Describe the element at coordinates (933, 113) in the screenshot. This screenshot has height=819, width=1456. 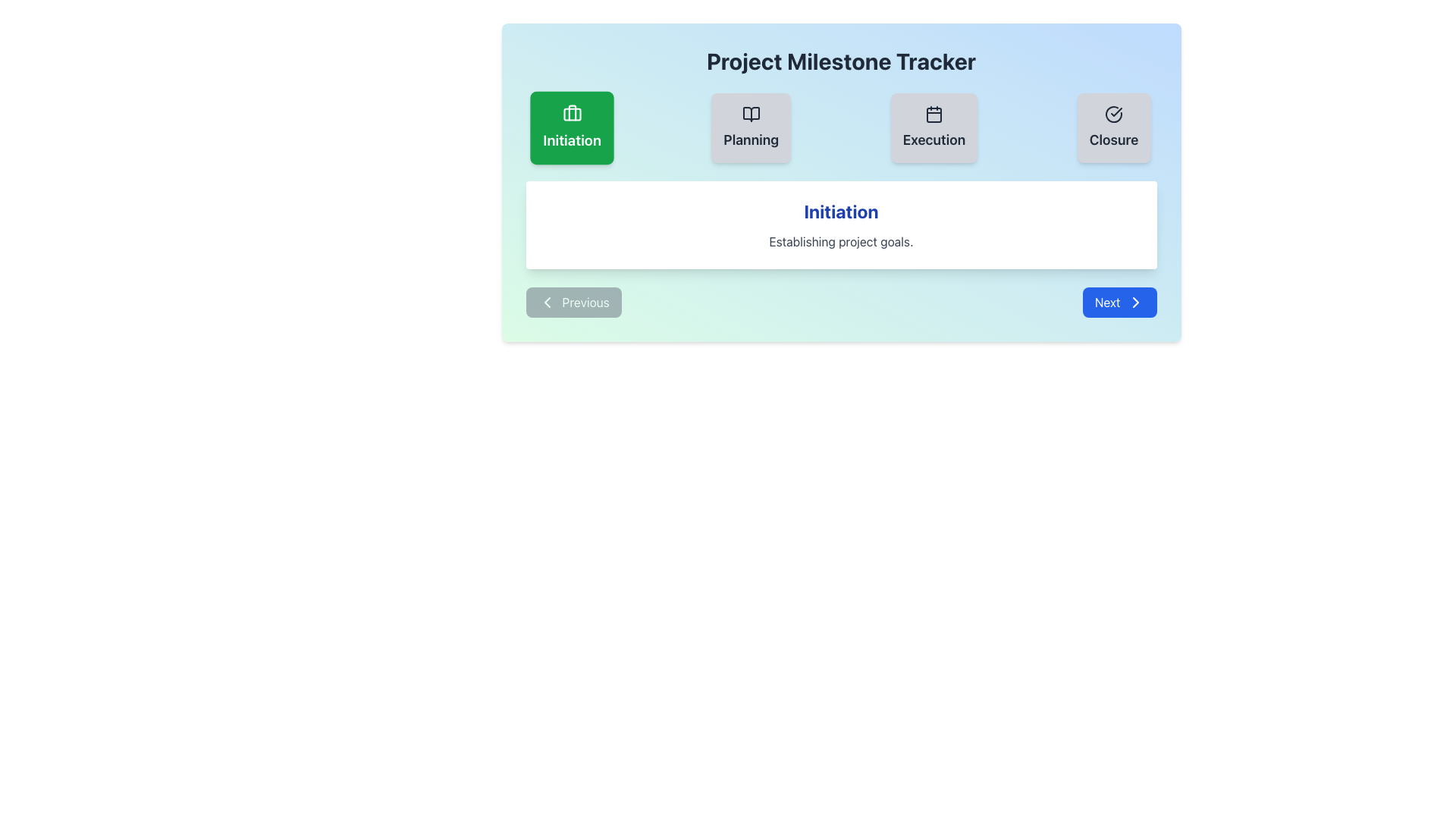
I see `the small dark gray calendar icon located in the center of the 'Execution' button, which is the third button in a row of four horizontally arranged buttons` at that location.